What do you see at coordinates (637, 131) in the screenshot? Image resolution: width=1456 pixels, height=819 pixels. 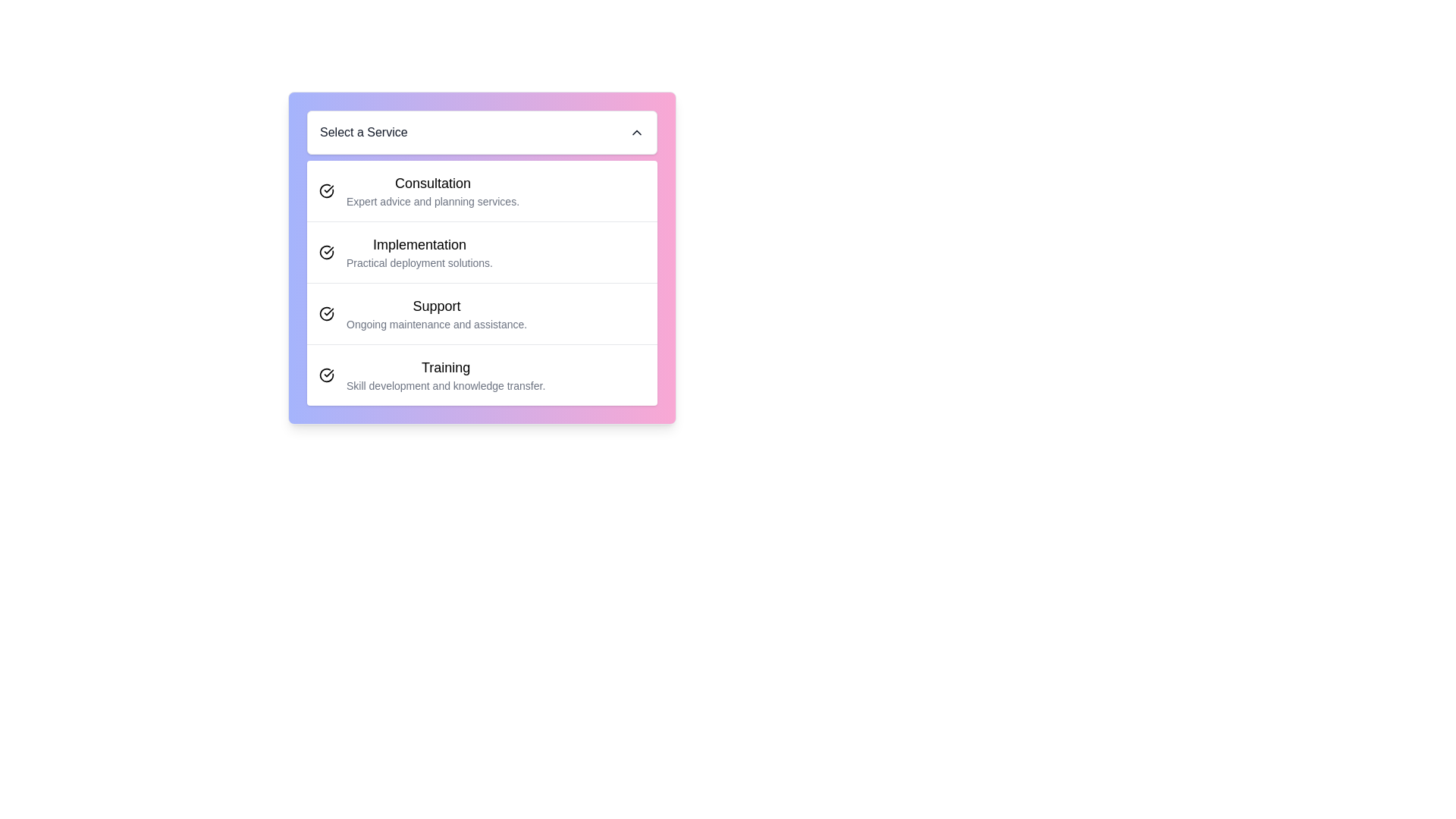 I see `the upward-facing chevron icon located at the far right of the 'Select a Service' dropdown title` at bounding box center [637, 131].